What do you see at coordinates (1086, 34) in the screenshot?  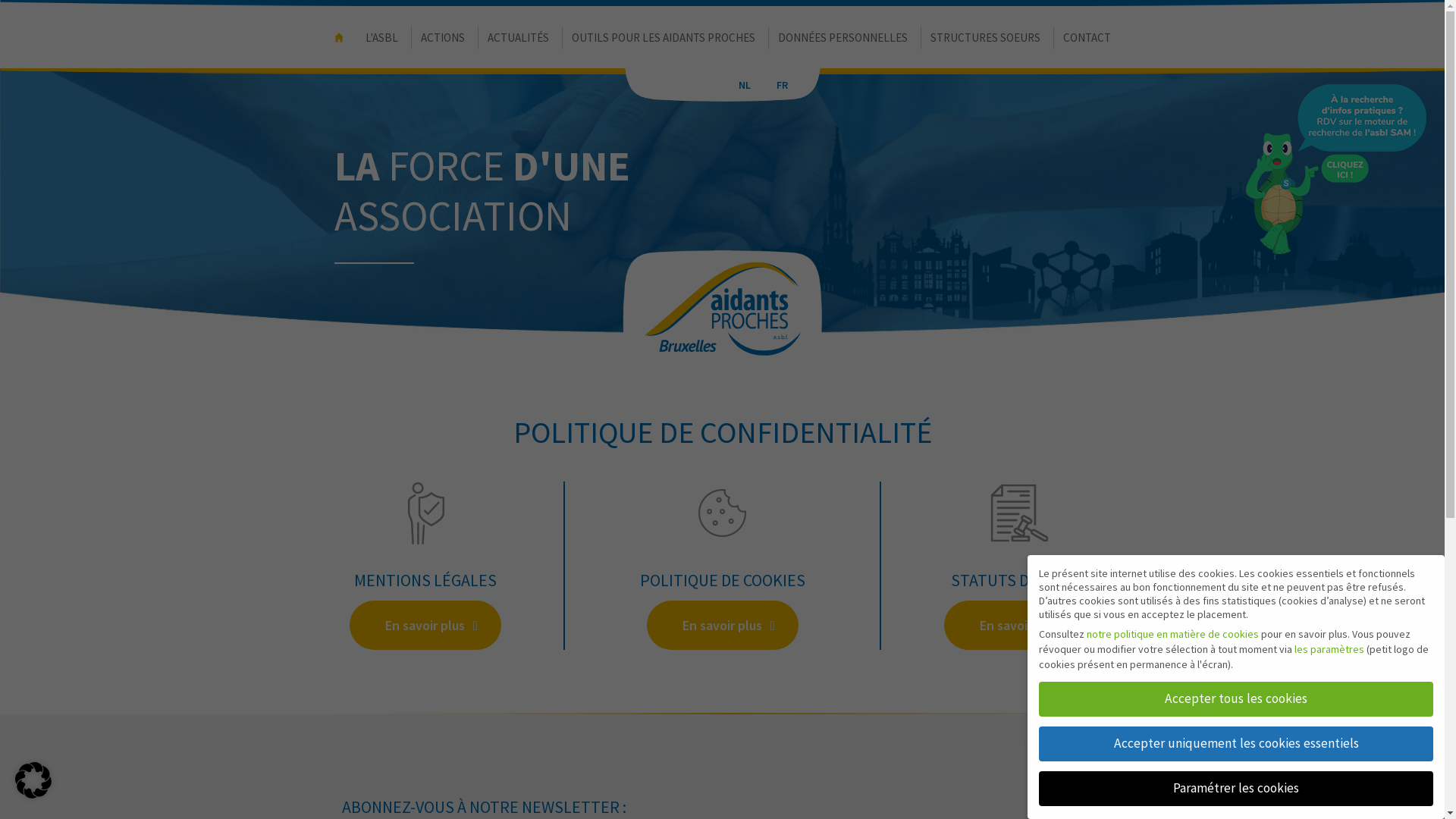 I see `'CONTACT'` at bounding box center [1086, 34].